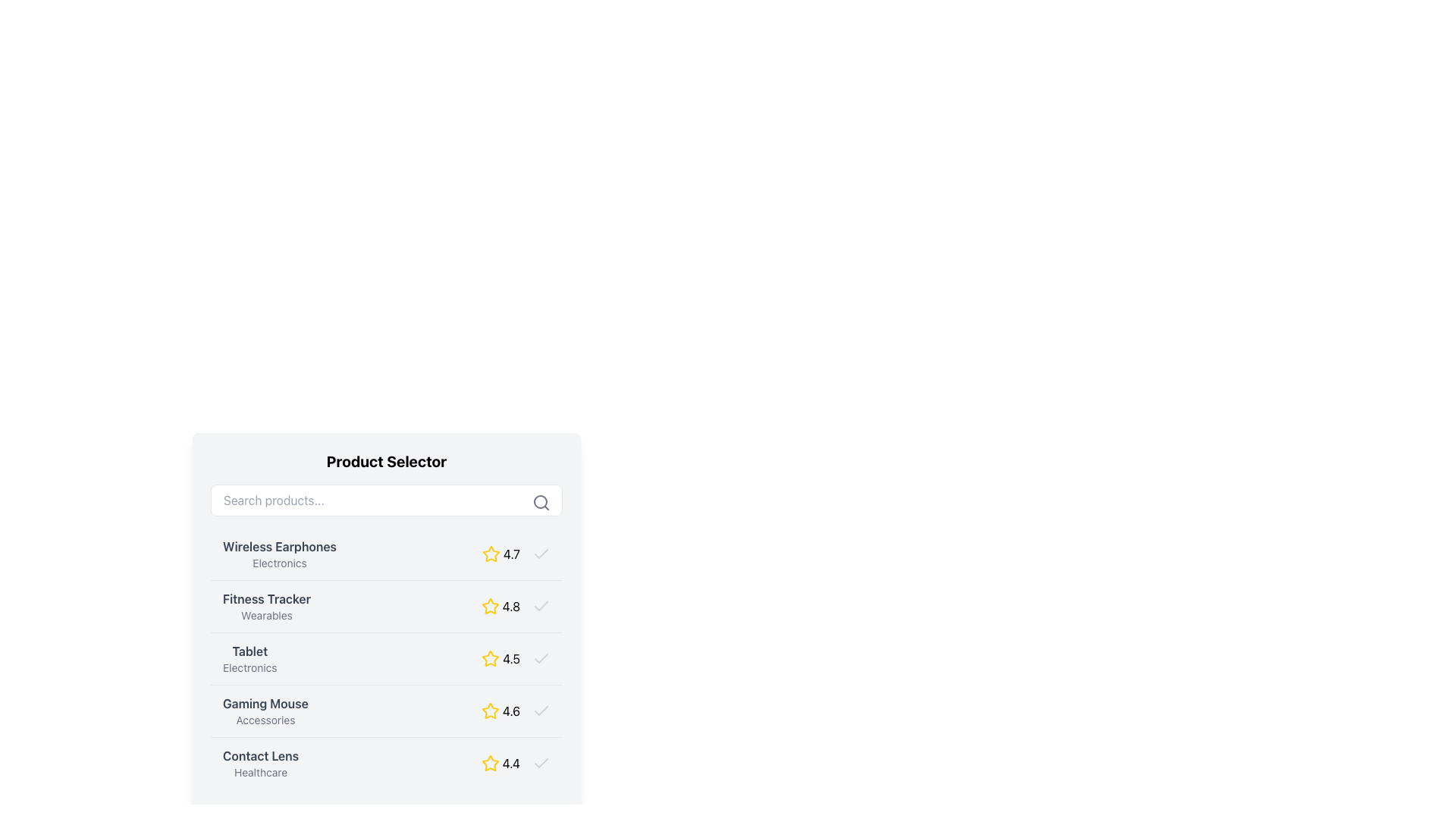 This screenshot has width=1456, height=819. I want to click on the small yellow star icon with a hollow center, which is located in the last item of a vertically aligned list and is adjacent to the rating value of 4.4, so click(490, 763).